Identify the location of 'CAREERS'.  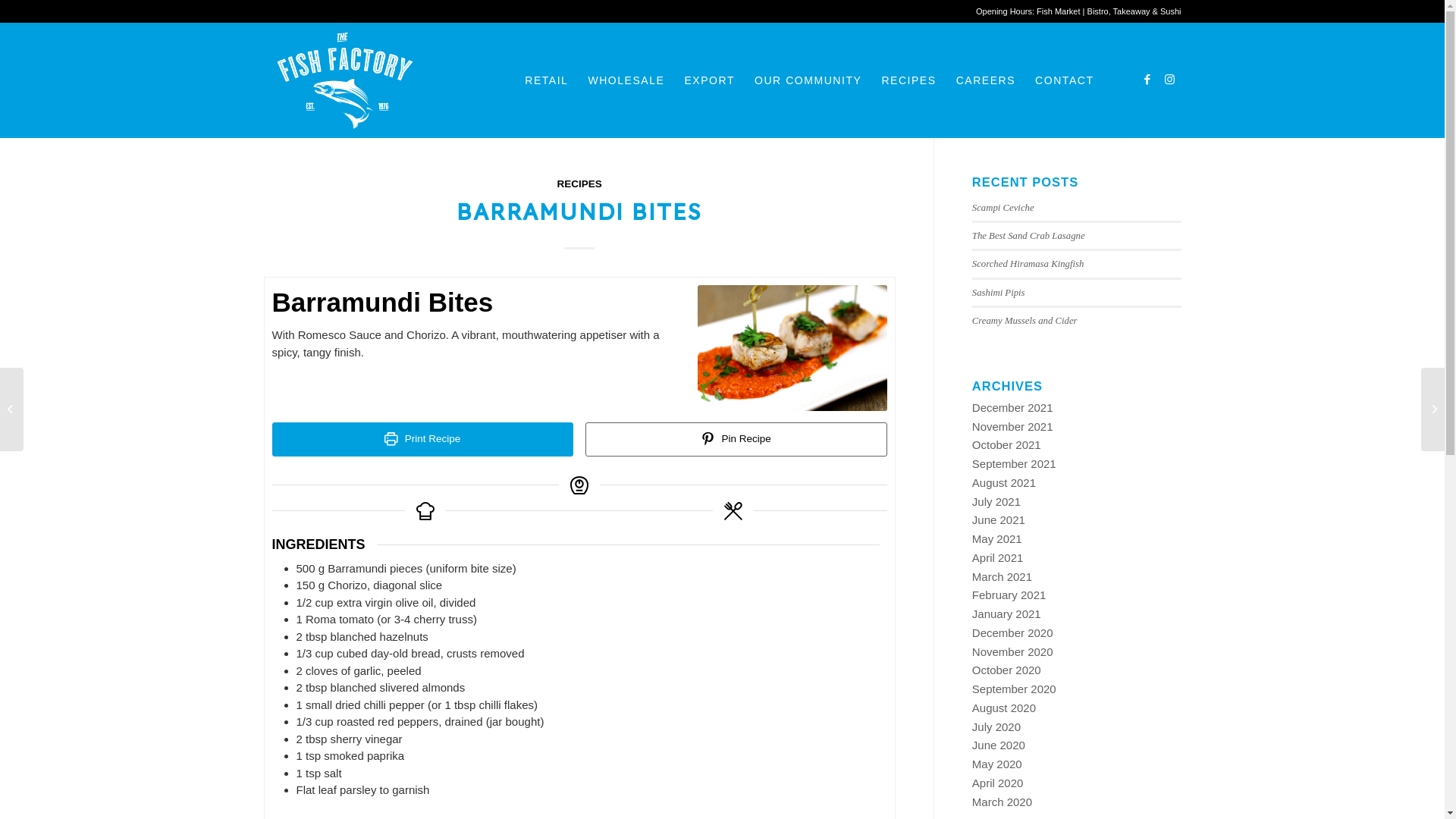
(986, 80).